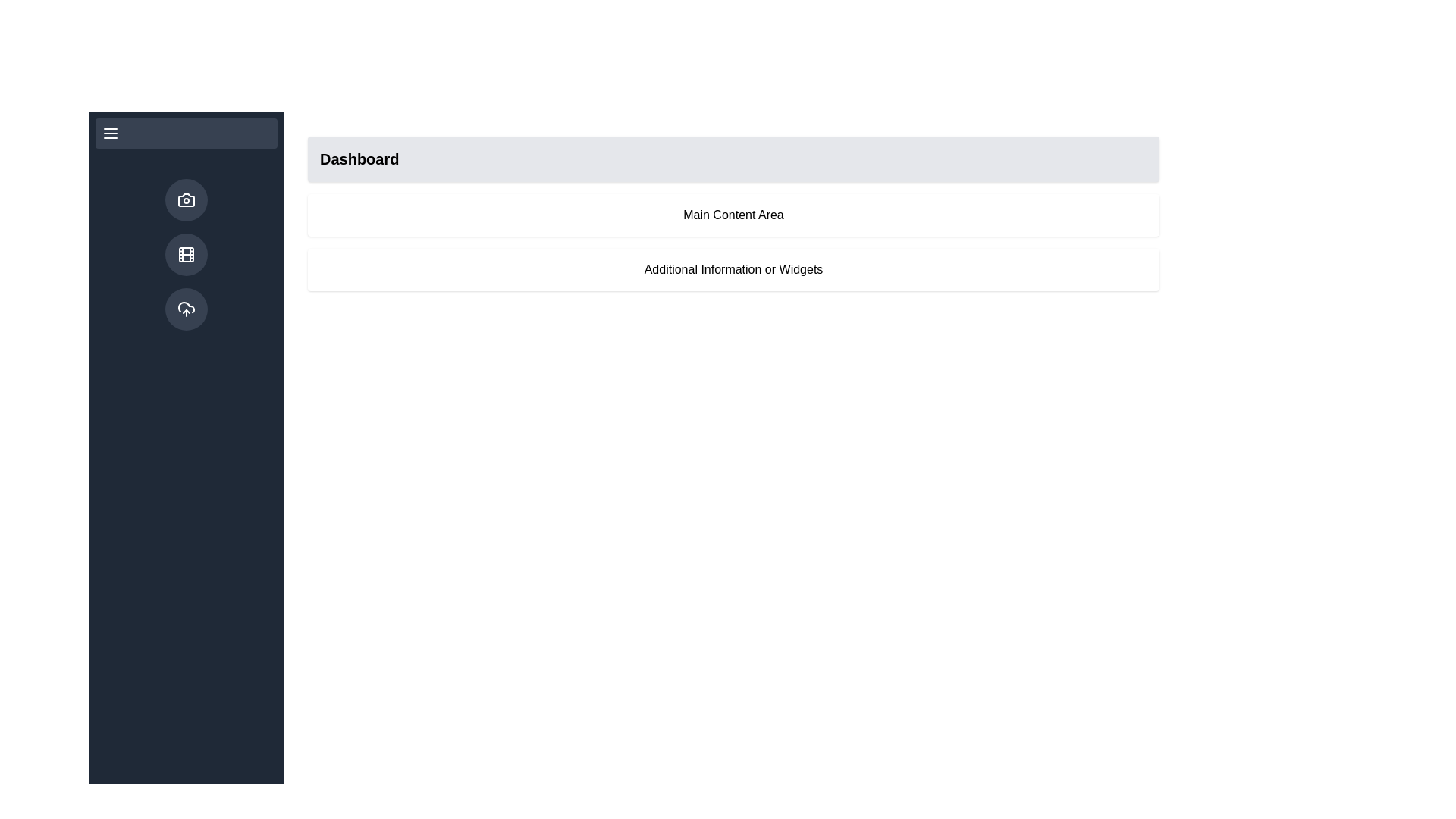 The height and width of the screenshot is (819, 1456). I want to click on the second circular button in the dark blue left vertical navigation bar, so click(185, 253).